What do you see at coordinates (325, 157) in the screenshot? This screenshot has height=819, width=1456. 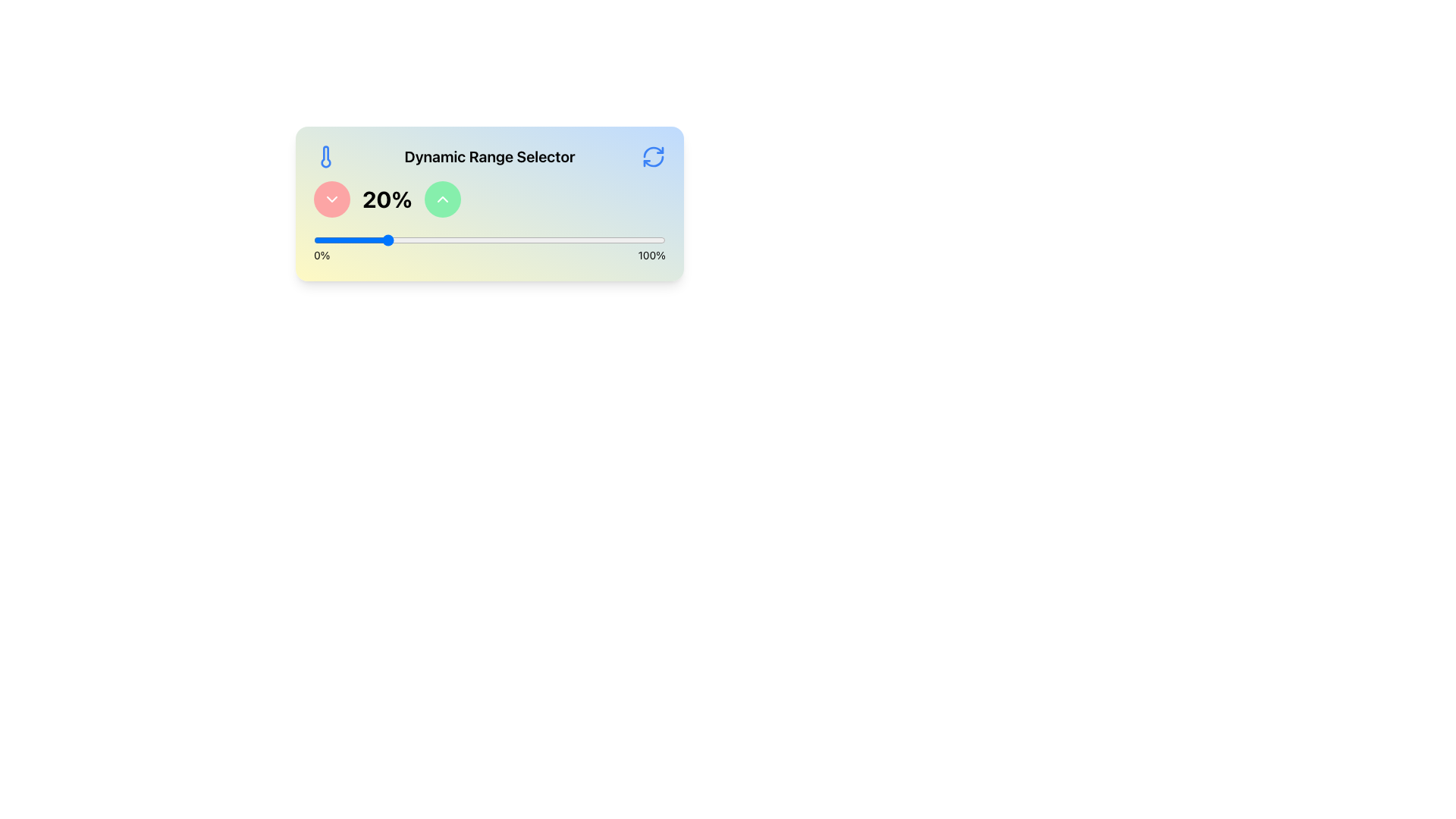 I see `the thin vertical thermometer icon located in the upper-left corner of the 'Dynamic Range Selector' area, positioned to the left of the text label` at bounding box center [325, 157].